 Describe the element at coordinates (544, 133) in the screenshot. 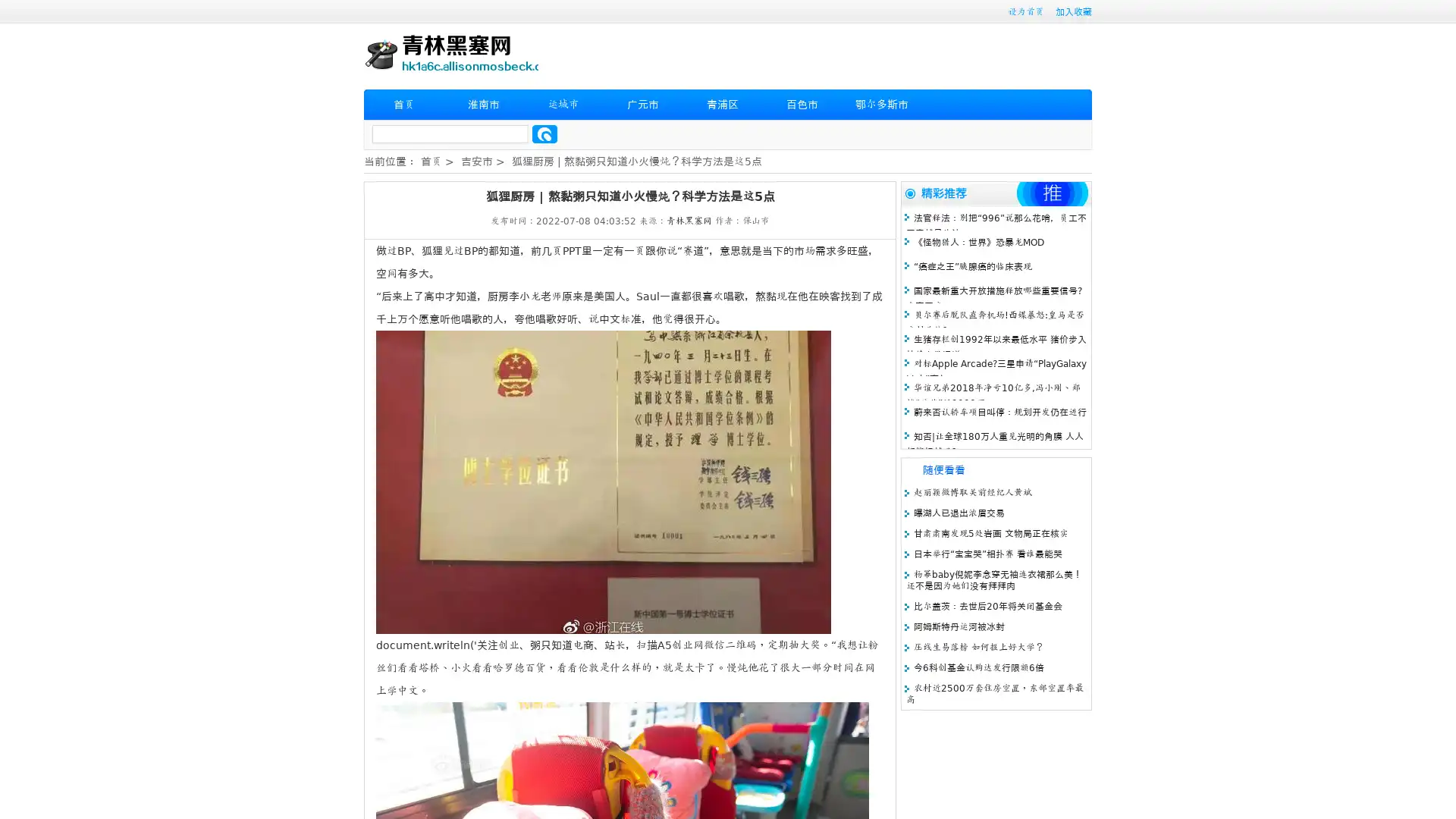

I see `Search` at that location.